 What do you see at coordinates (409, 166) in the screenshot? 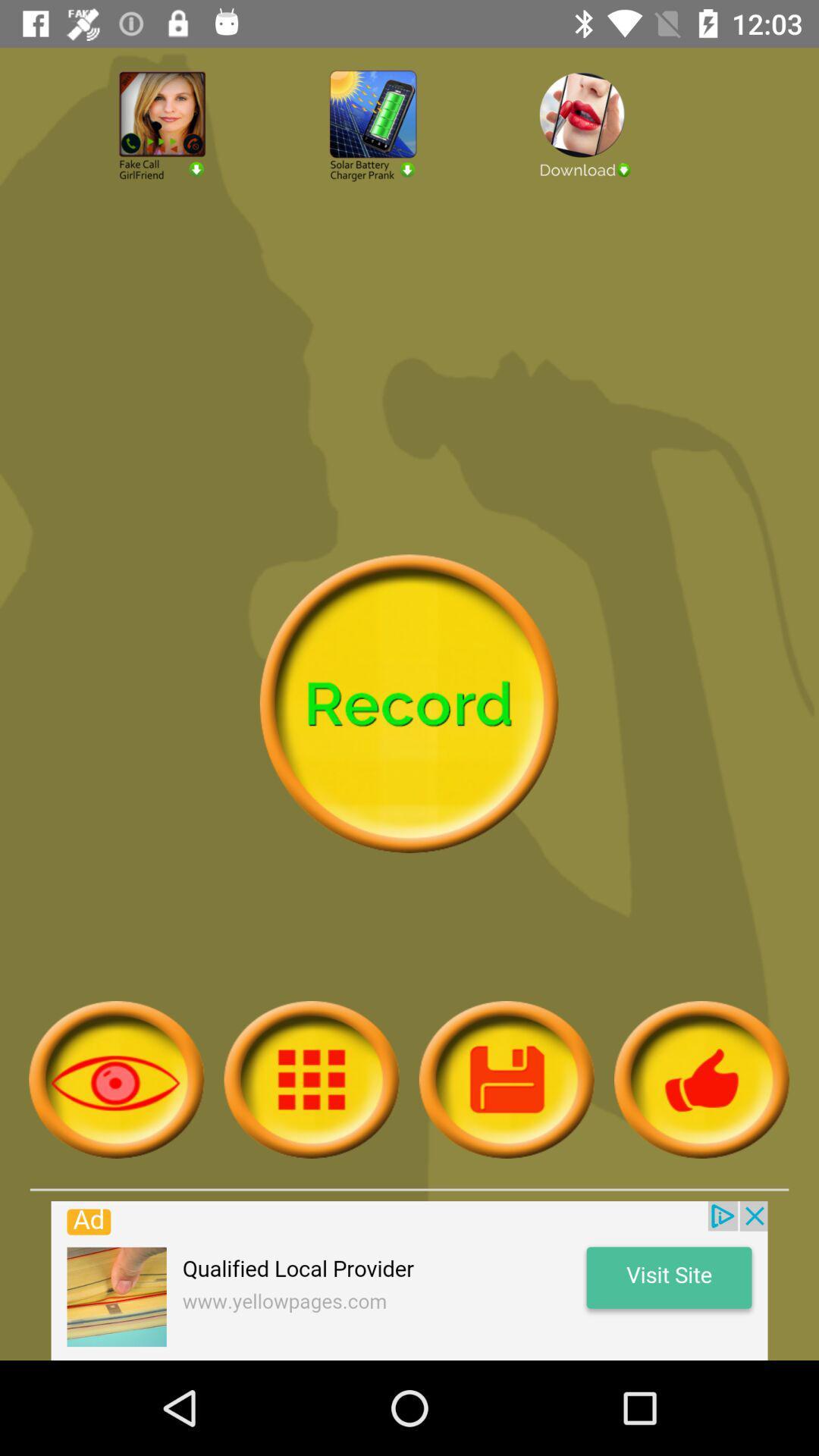
I see `solar battery prank button` at bounding box center [409, 166].